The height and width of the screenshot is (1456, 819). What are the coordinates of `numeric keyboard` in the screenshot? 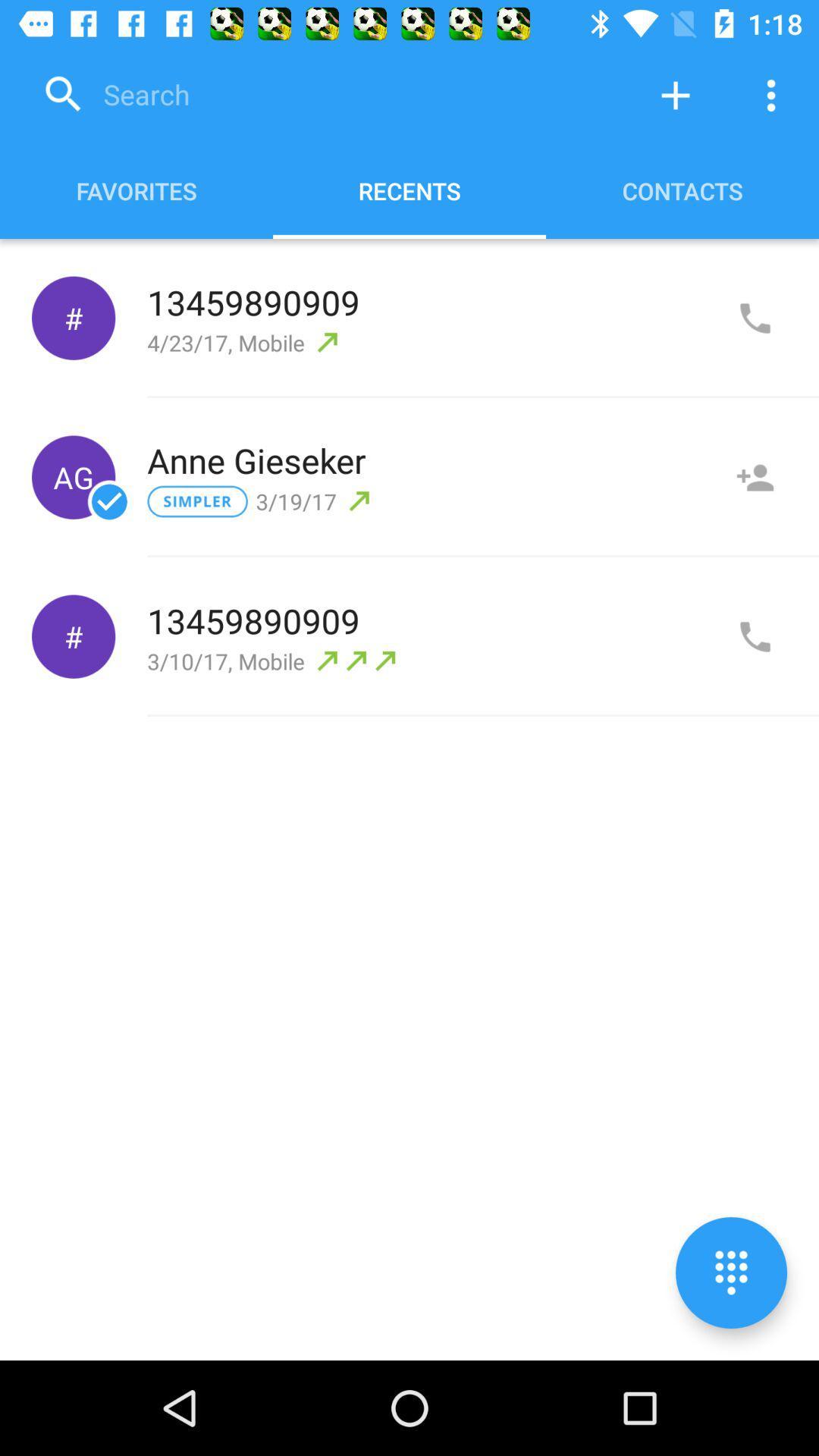 It's located at (730, 1272).